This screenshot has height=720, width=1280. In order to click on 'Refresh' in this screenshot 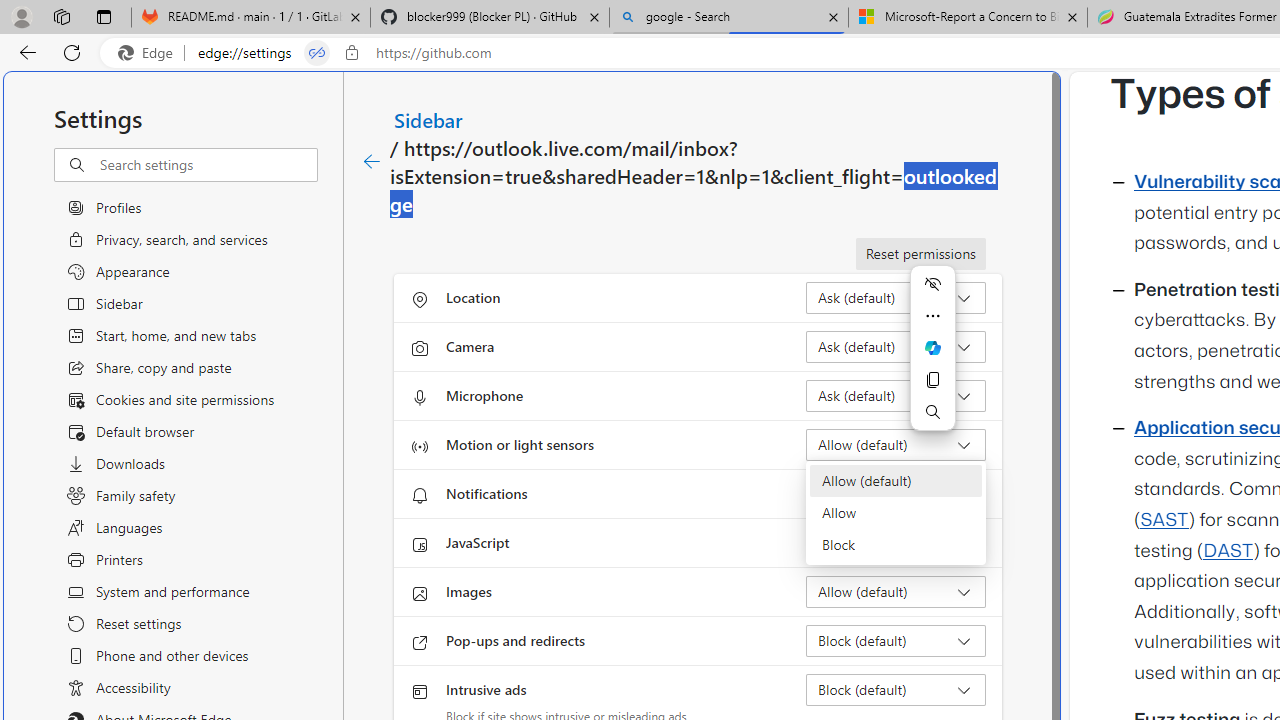, I will do `click(72, 51)`.